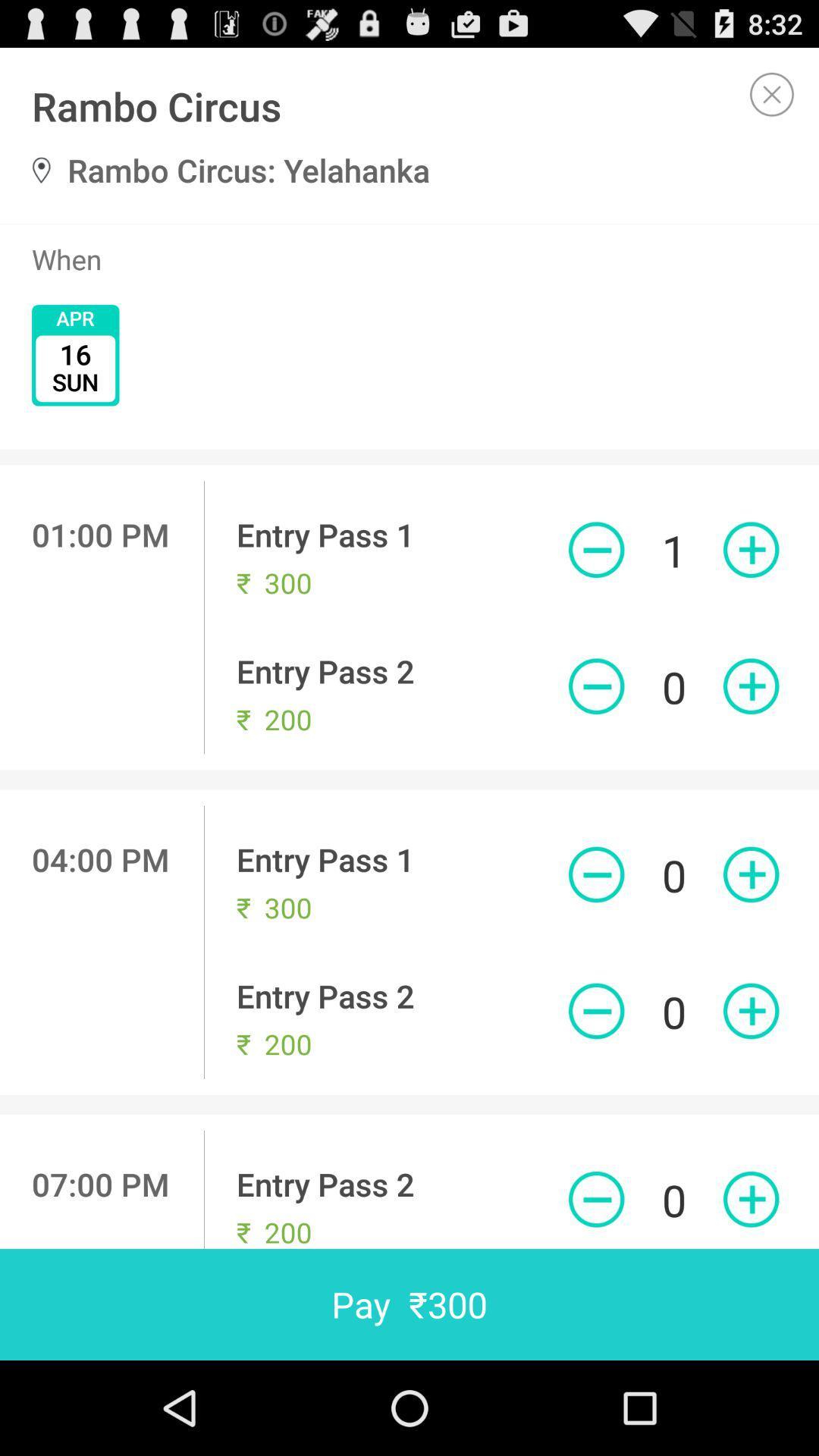 This screenshot has width=819, height=1456. Describe the element at coordinates (751, 1011) in the screenshot. I see `purchase entry pass` at that location.